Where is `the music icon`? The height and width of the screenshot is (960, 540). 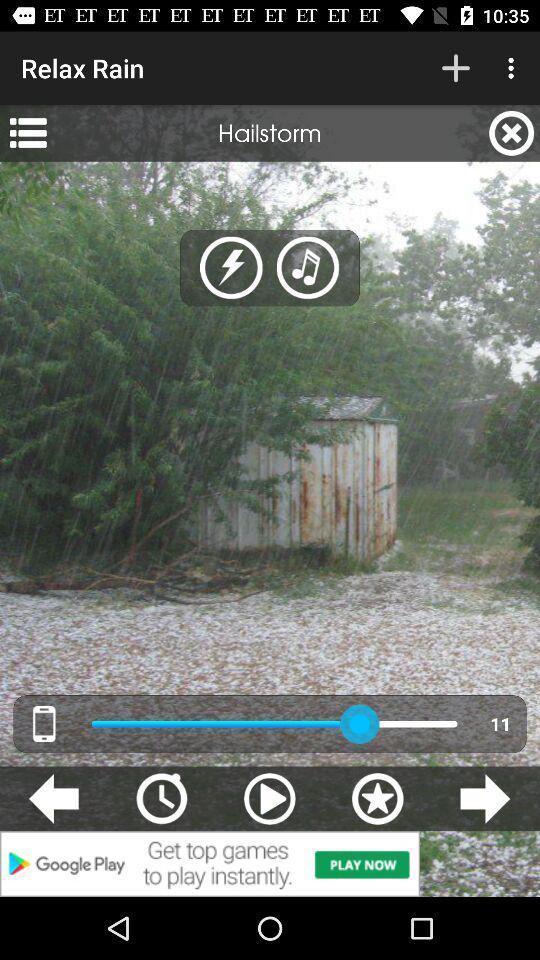
the music icon is located at coordinates (308, 267).